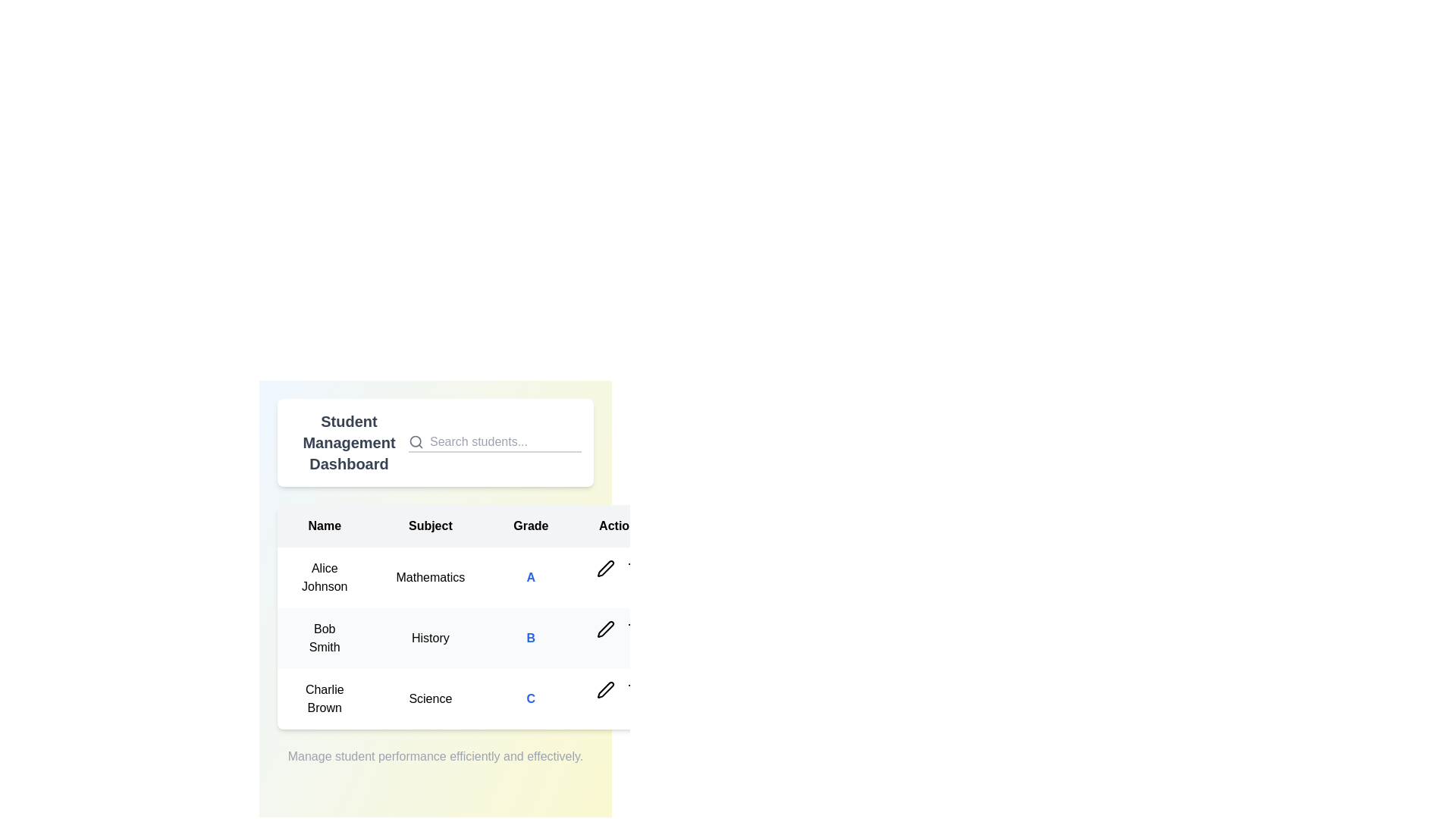 The image size is (1456, 819). What do you see at coordinates (324, 698) in the screenshot?
I see `the static text label displaying 'Charlie Brown', located in the first column of the table as the third entry` at bounding box center [324, 698].